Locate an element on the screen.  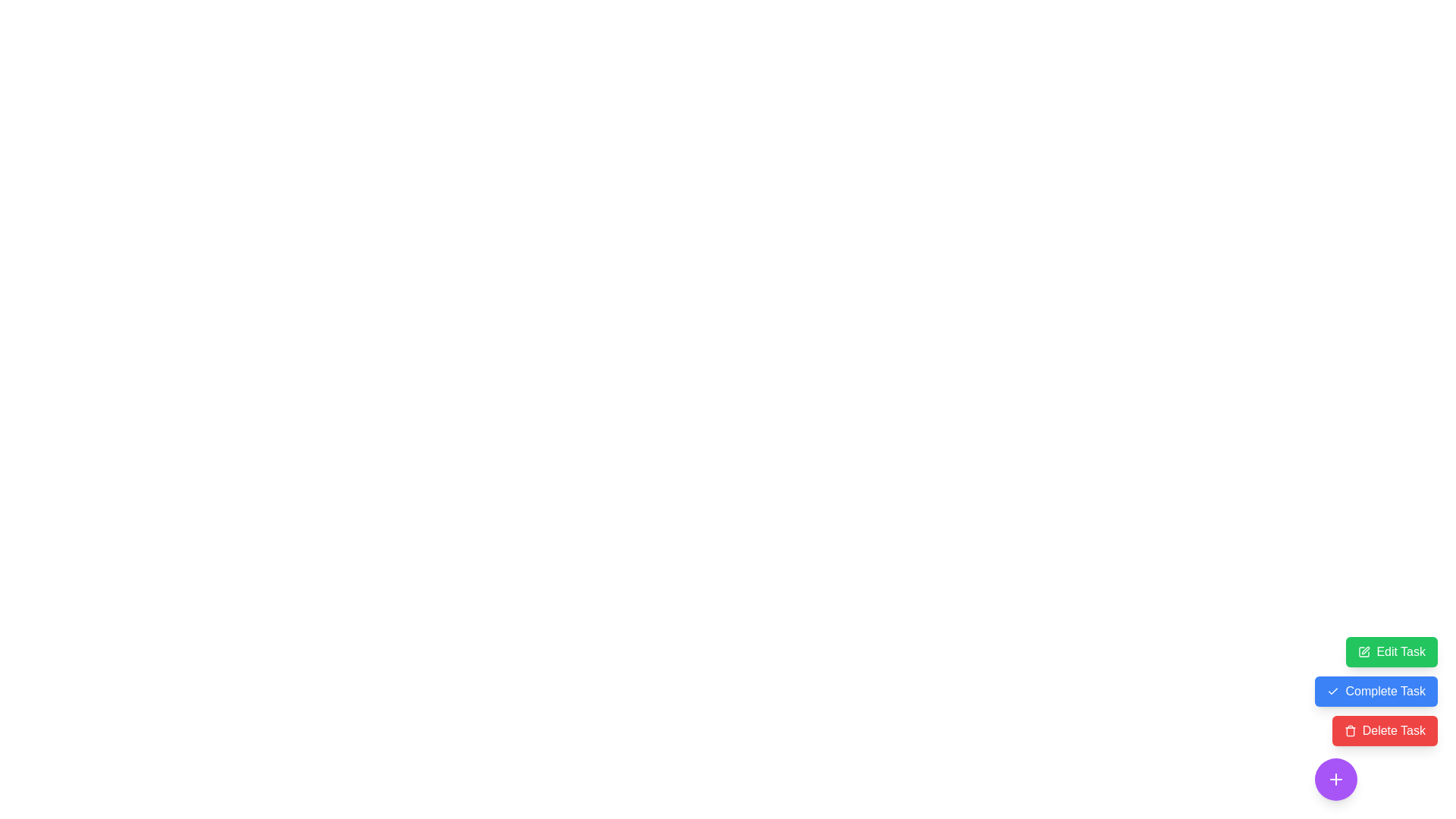
the Delete button located at the bottom of the vertical stack of buttons in the bottom-right corner of the interface is located at coordinates (1376, 718).